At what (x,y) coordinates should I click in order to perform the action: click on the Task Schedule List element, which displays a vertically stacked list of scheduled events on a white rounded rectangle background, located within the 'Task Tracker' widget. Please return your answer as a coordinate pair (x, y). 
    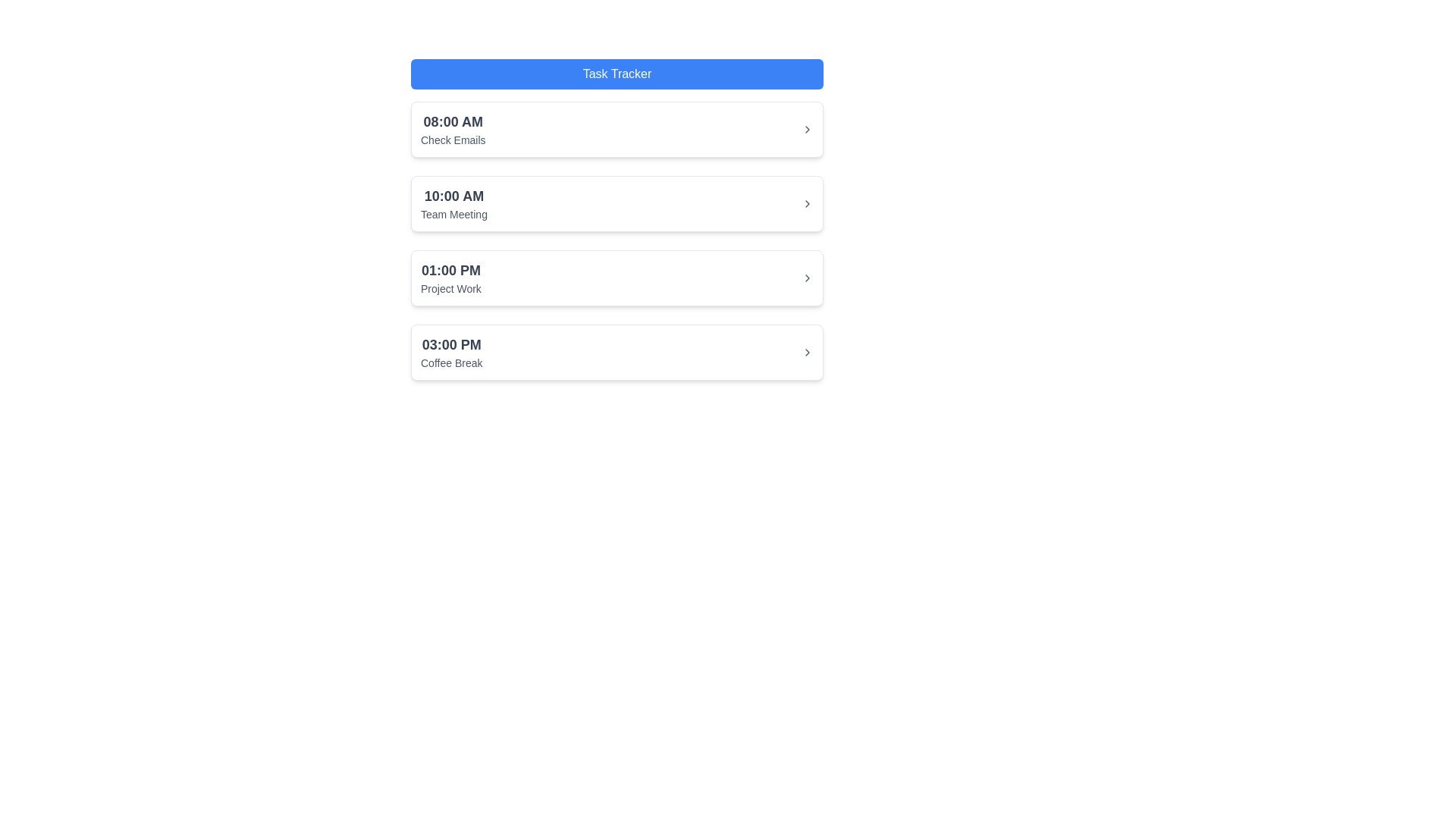
    Looking at the image, I should click on (617, 240).